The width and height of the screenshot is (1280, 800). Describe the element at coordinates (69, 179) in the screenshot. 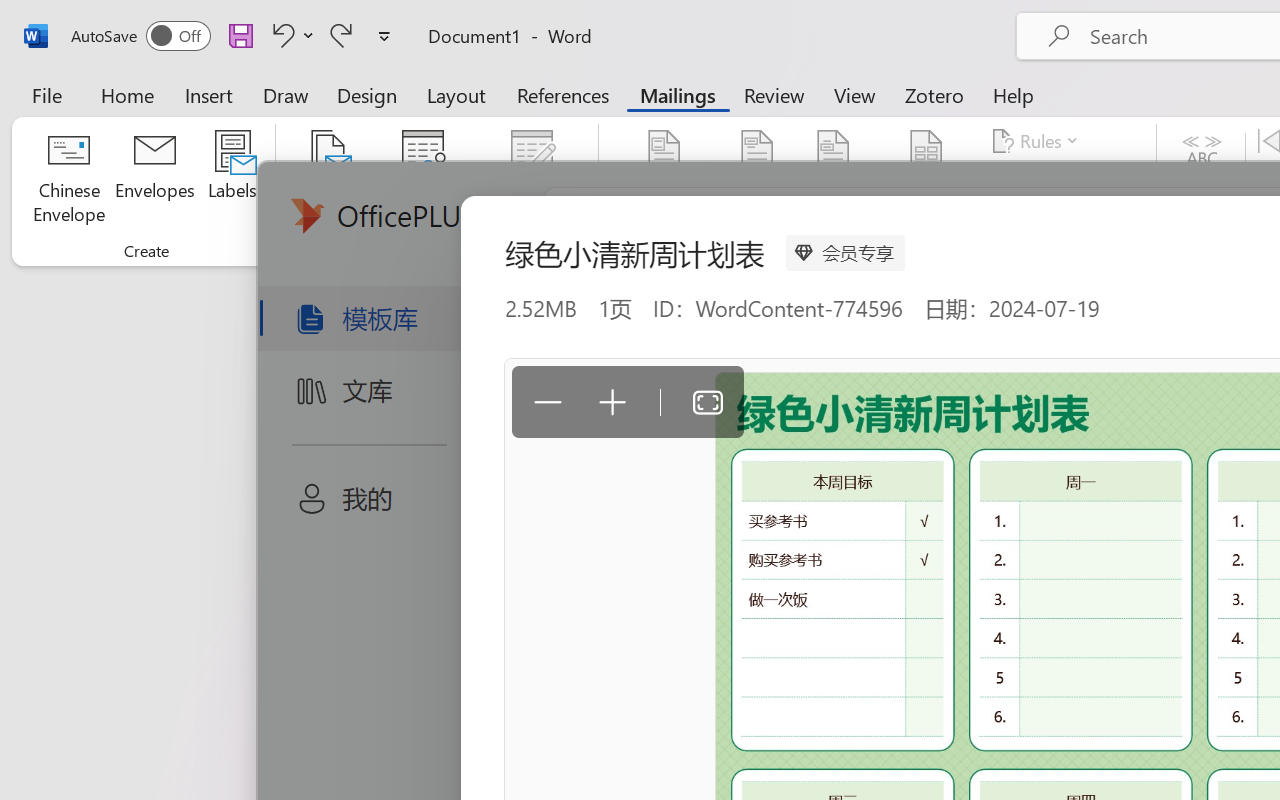

I see `'Chinese Envelope...'` at that location.